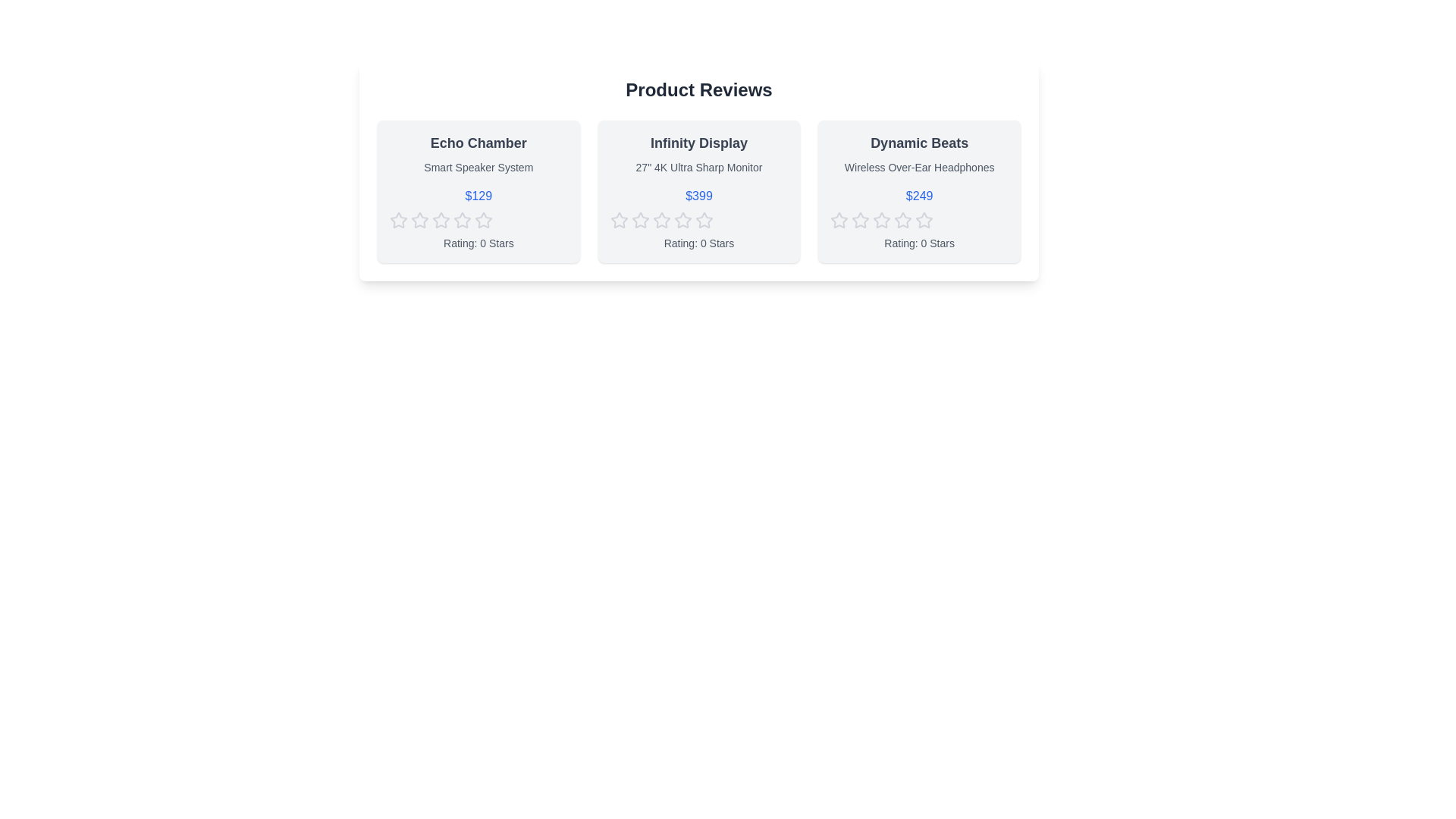  What do you see at coordinates (918, 195) in the screenshot?
I see `the price text element located in the third product card, which displays the cost of the product, positioned below the product description and above the rating stars` at bounding box center [918, 195].